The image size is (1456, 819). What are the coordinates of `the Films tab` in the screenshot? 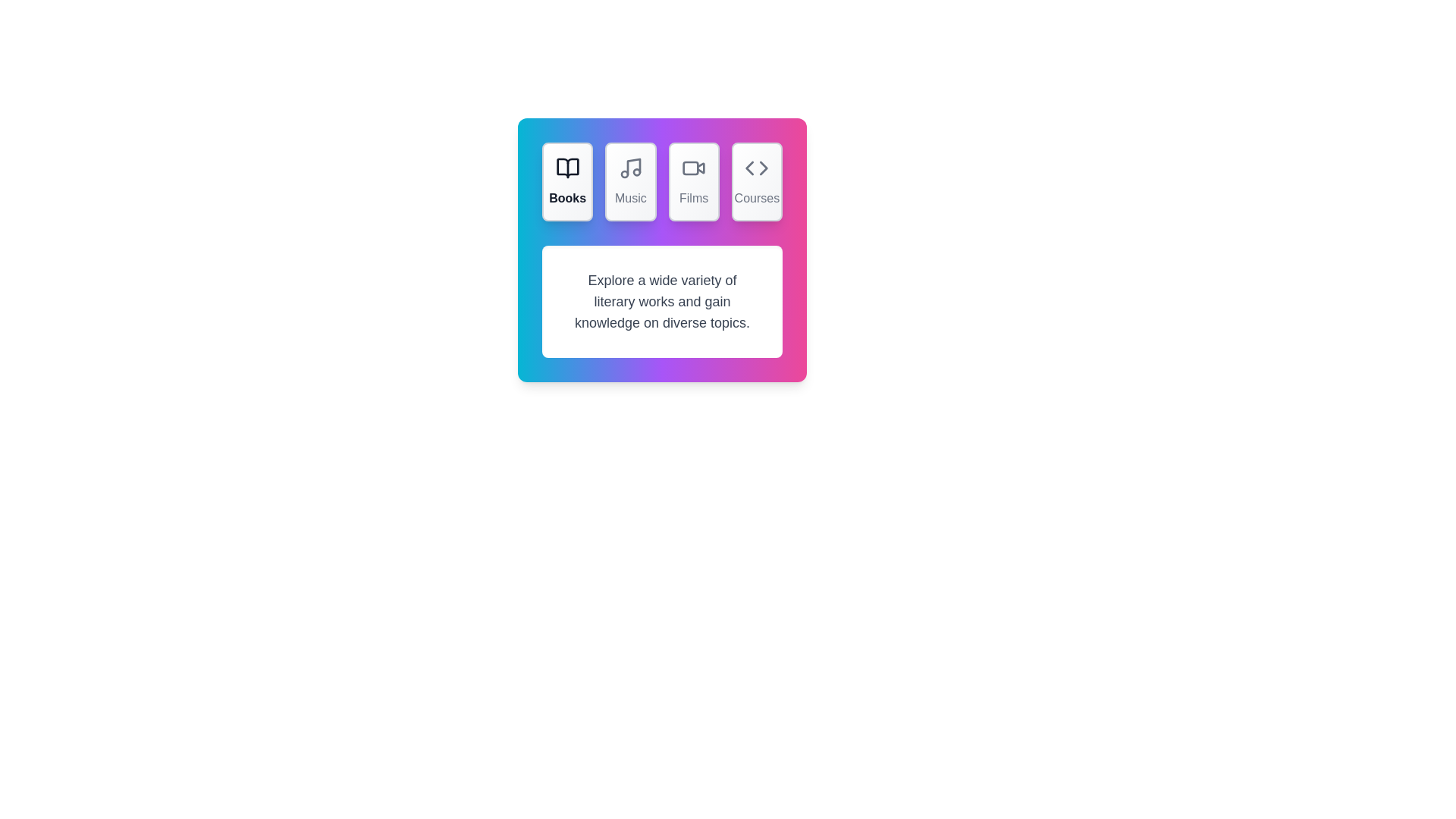 It's located at (693, 180).